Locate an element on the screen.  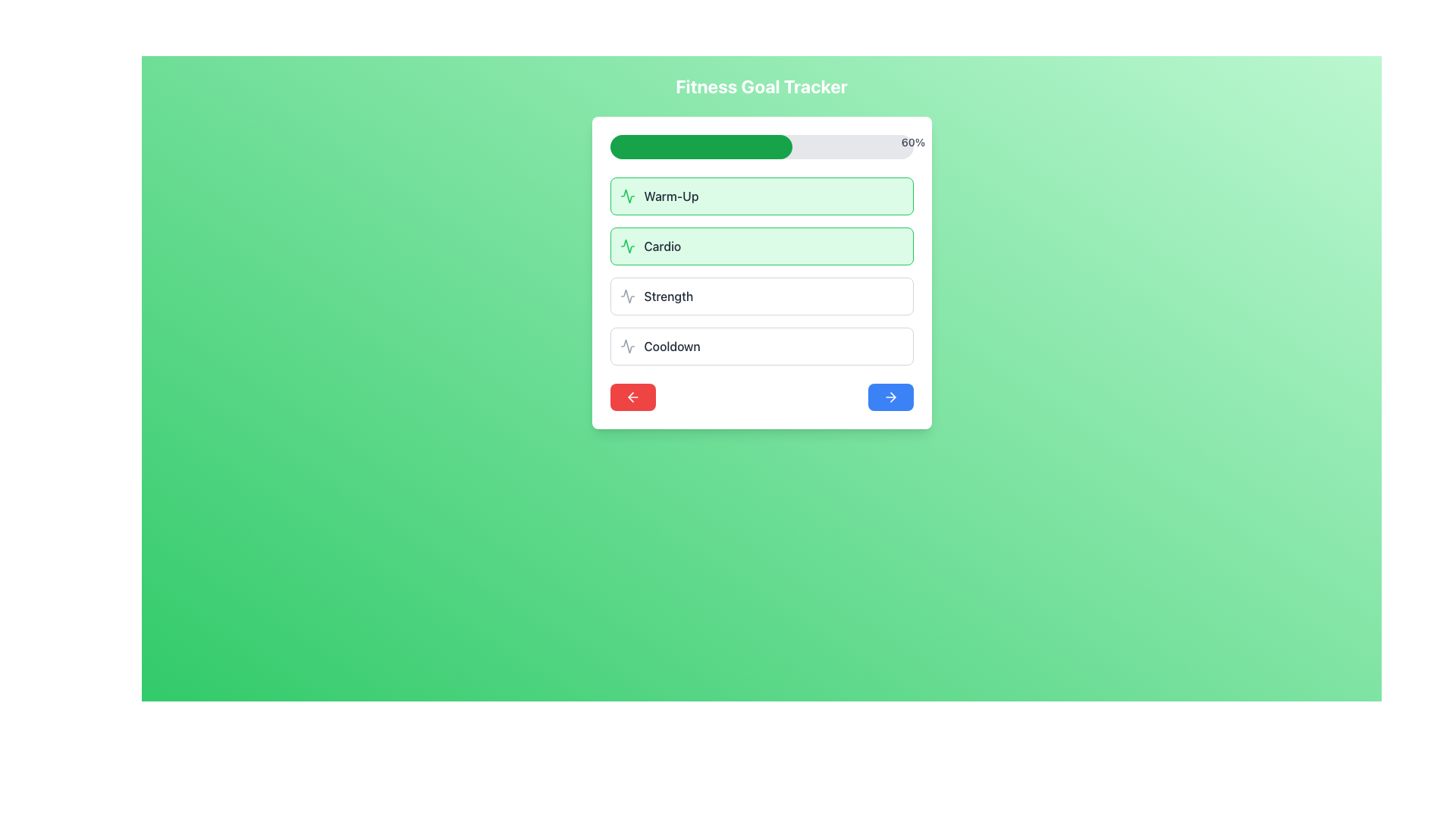
the arrow icon located at the bottom-right of the interface card is located at coordinates (890, 397).